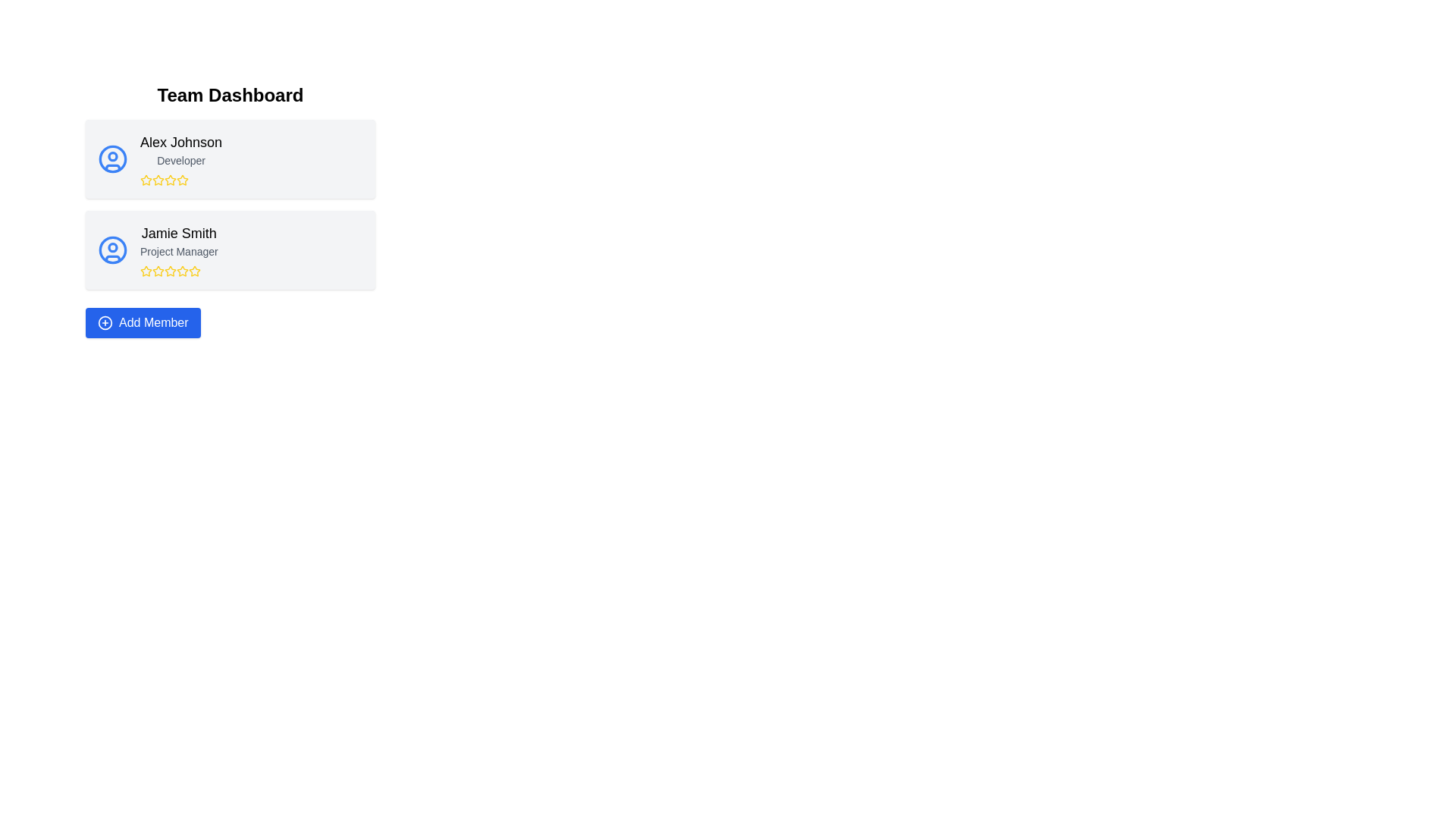  What do you see at coordinates (182, 179) in the screenshot?
I see `the second rating star in the card labeled 'Alex Johnson' on the 'Team Dashboard'` at bounding box center [182, 179].